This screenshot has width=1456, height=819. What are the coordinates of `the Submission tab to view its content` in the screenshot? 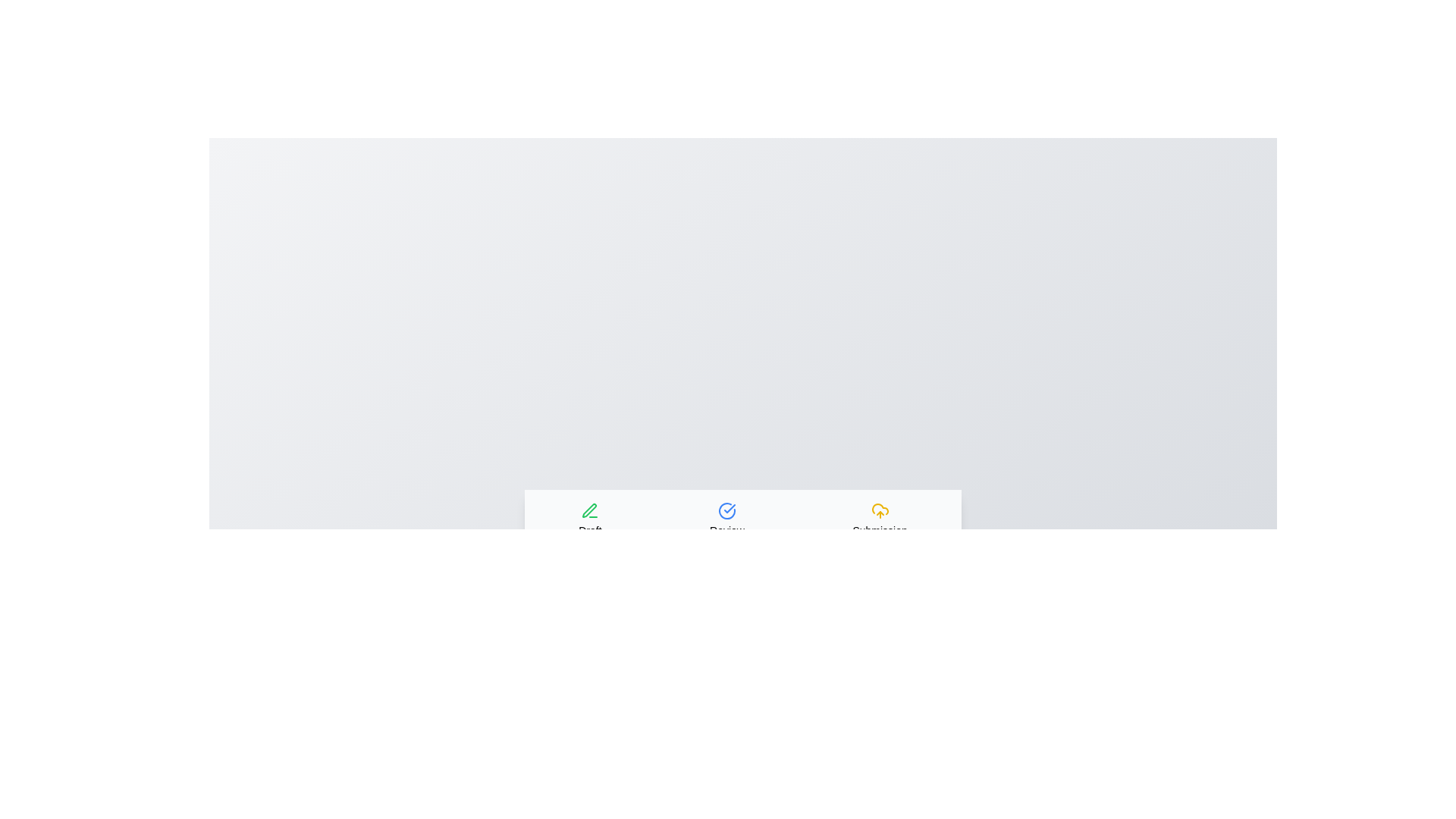 It's located at (880, 519).